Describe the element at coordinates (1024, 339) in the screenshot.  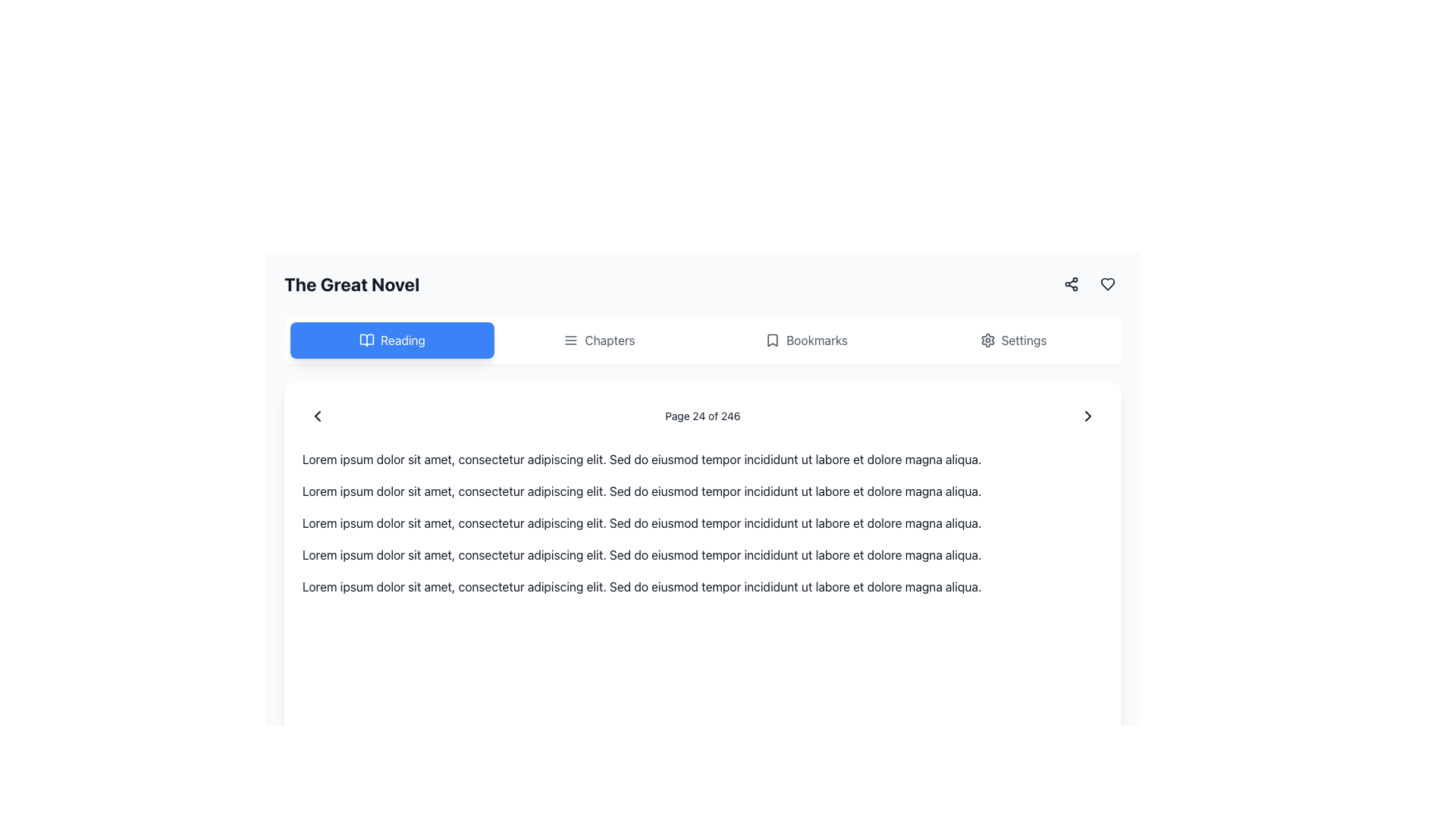
I see `the 'Settings' text label within the settings button located on the far right of the top navigation bar` at that location.